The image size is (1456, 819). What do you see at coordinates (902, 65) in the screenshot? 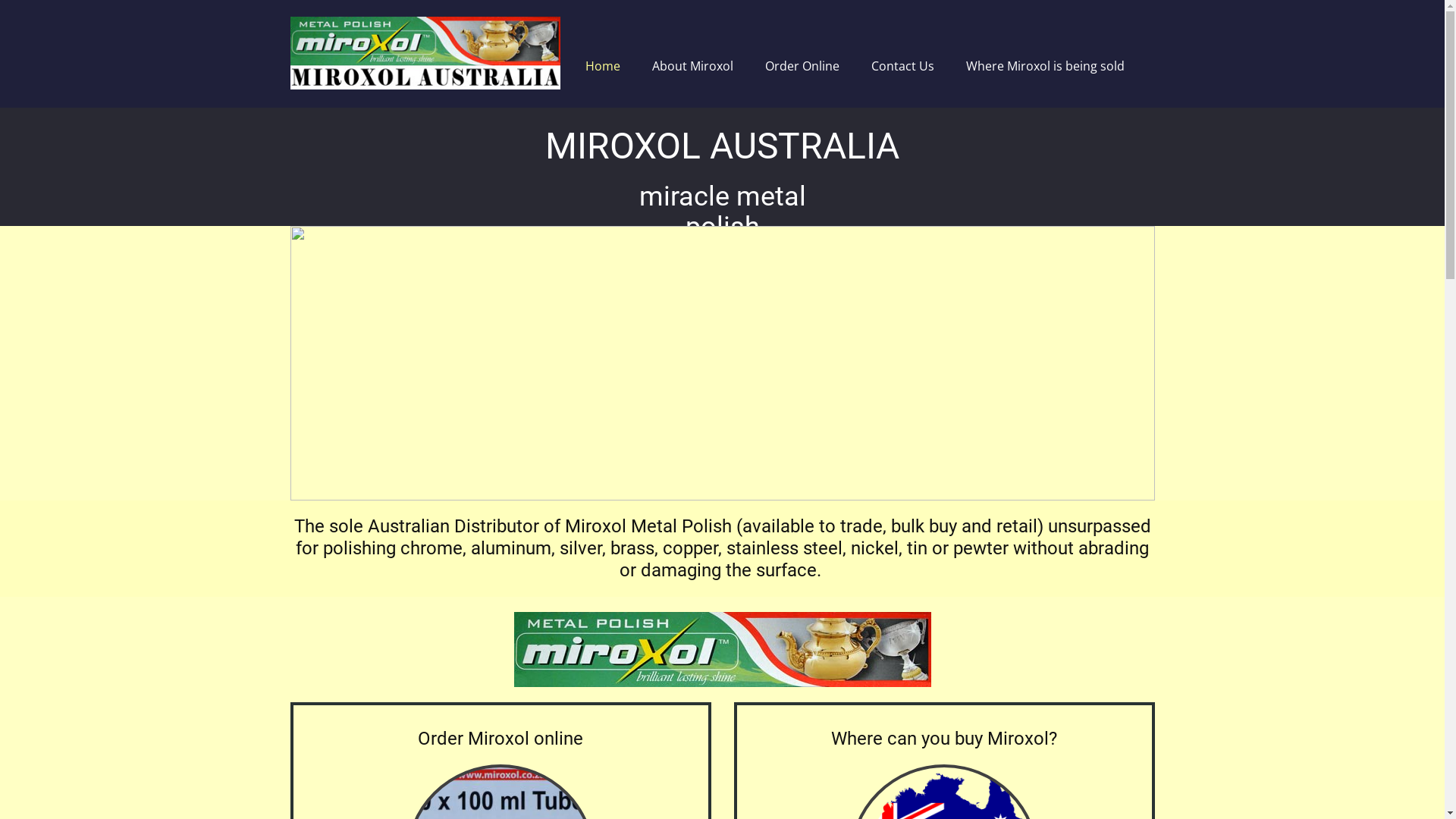
I see `'Contact Us'` at bounding box center [902, 65].